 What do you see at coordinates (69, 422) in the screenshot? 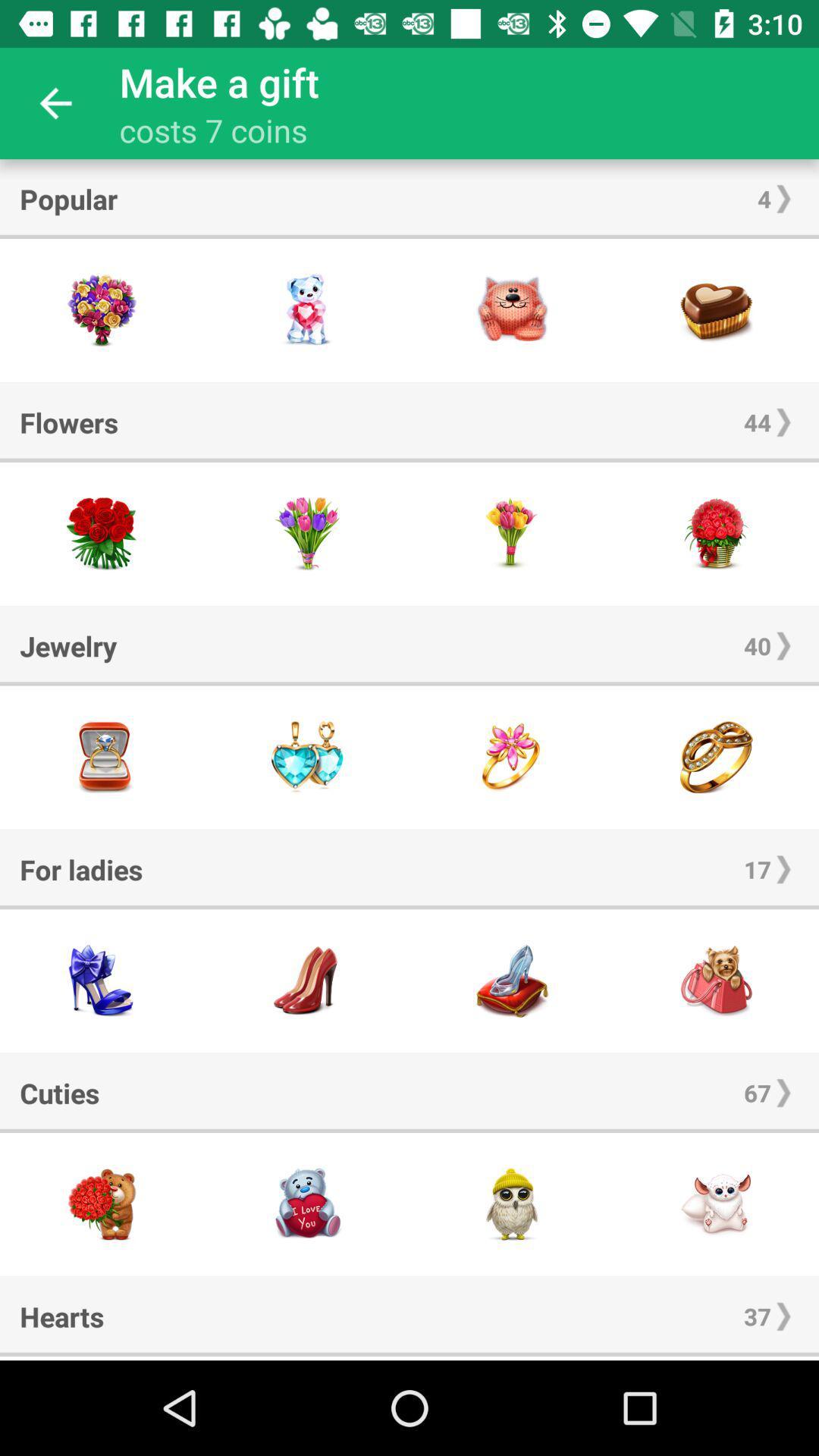
I see `the icon next to 44 icon` at bounding box center [69, 422].